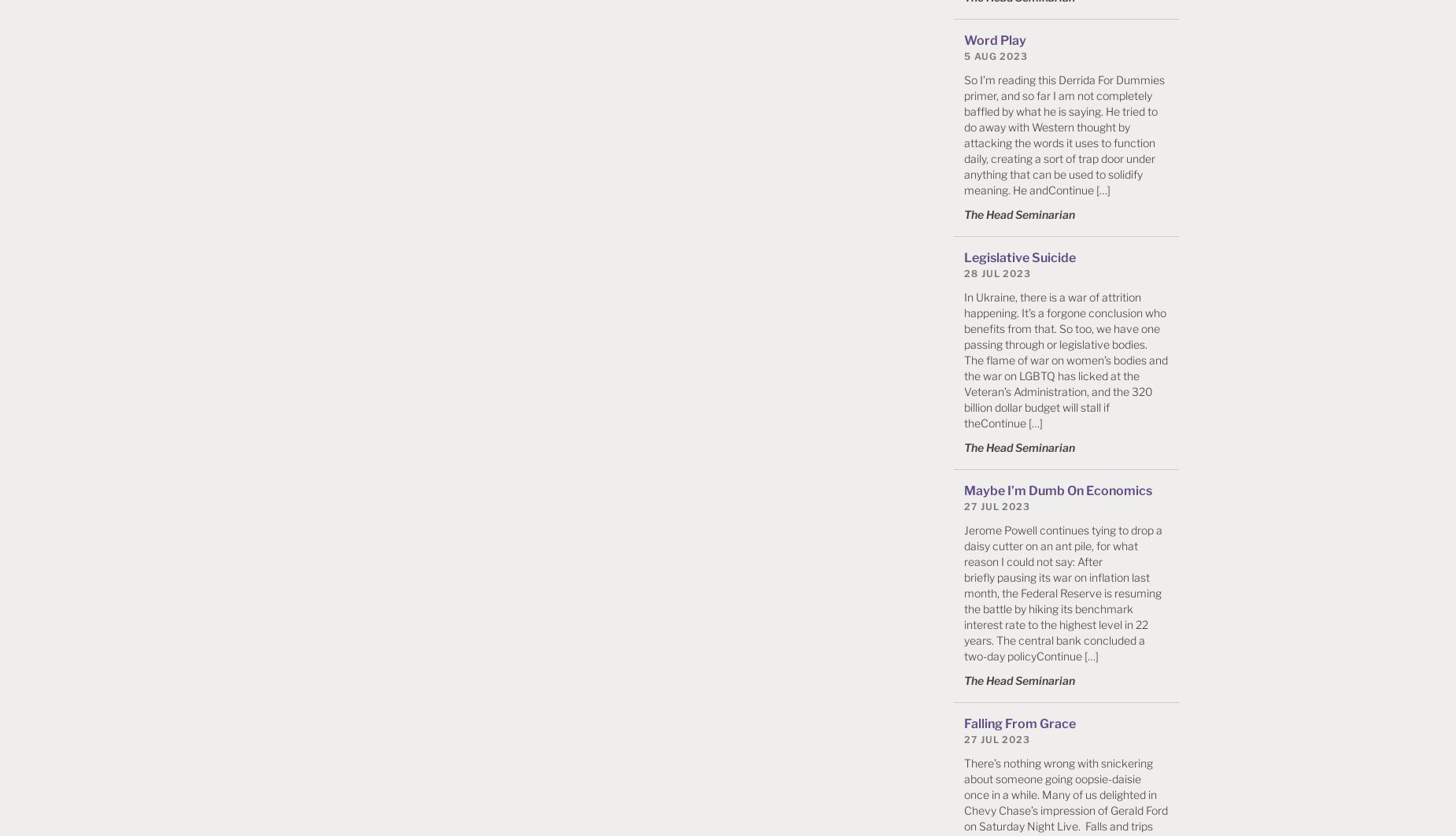 The width and height of the screenshot is (1456, 836). I want to click on 'Legislative Suicide', so click(1018, 257).